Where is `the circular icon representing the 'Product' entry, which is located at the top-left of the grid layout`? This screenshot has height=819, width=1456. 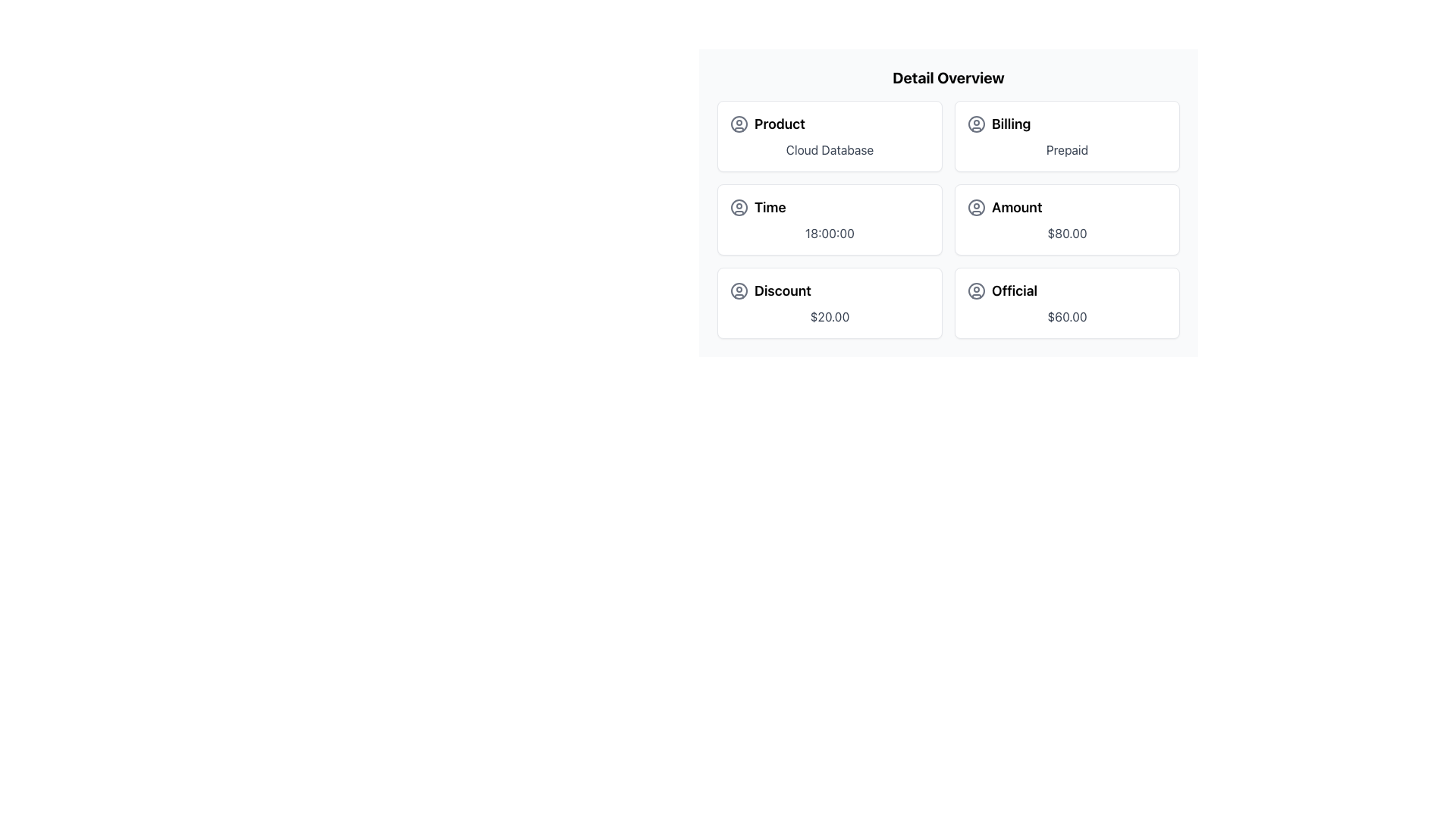
the circular icon representing the 'Product' entry, which is located at the top-left of the grid layout is located at coordinates (739, 124).